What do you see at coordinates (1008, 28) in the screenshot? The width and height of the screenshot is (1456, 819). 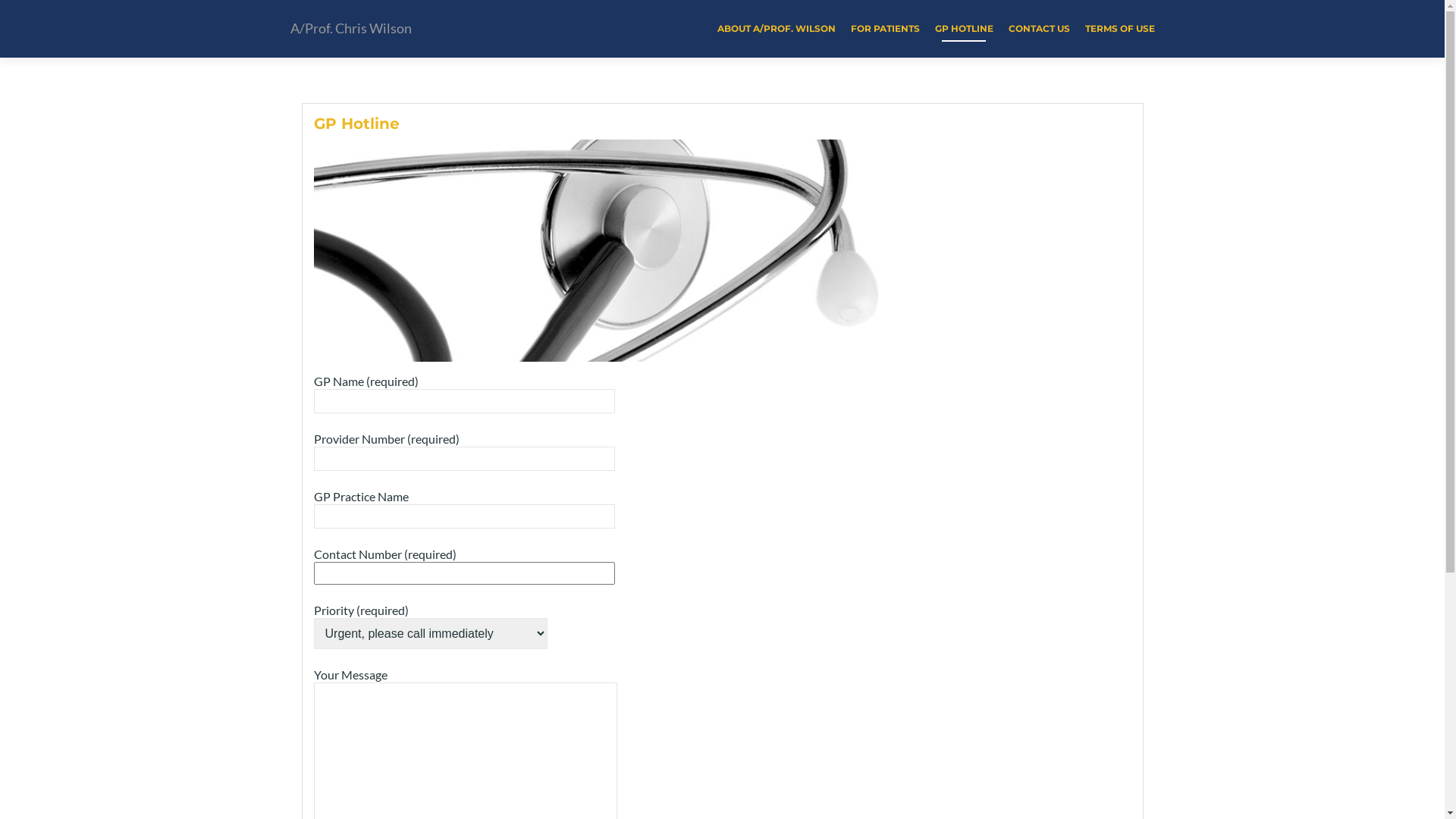 I see `'CONTACT US'` at bounding box center [1008, 28].